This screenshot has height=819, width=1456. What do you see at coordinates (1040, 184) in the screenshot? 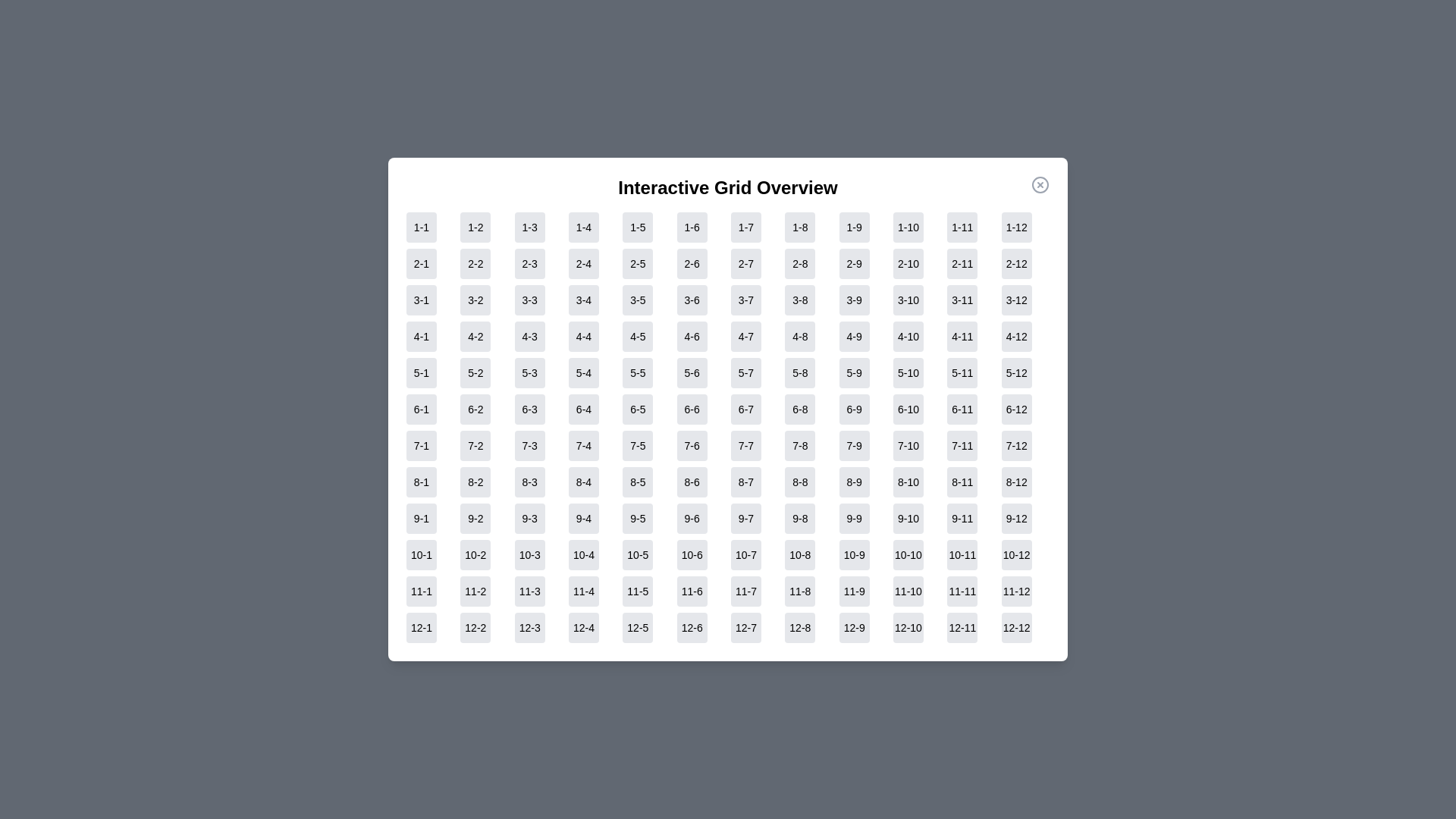
I see `the close button to close the dialog` at bounding box center [1040, 184].